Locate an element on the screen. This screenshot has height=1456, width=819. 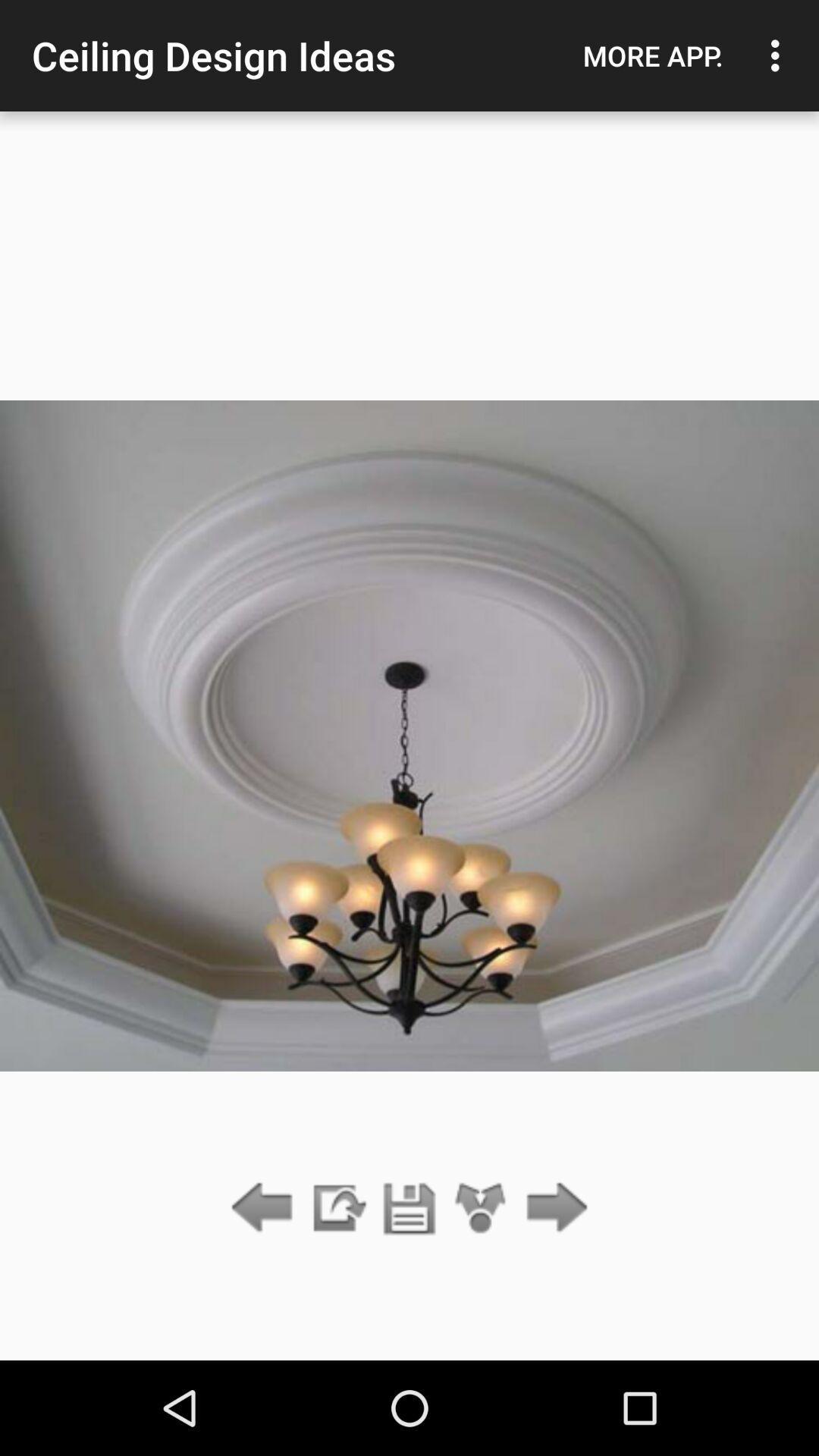
current photo is located at coordinates (409, 1208).